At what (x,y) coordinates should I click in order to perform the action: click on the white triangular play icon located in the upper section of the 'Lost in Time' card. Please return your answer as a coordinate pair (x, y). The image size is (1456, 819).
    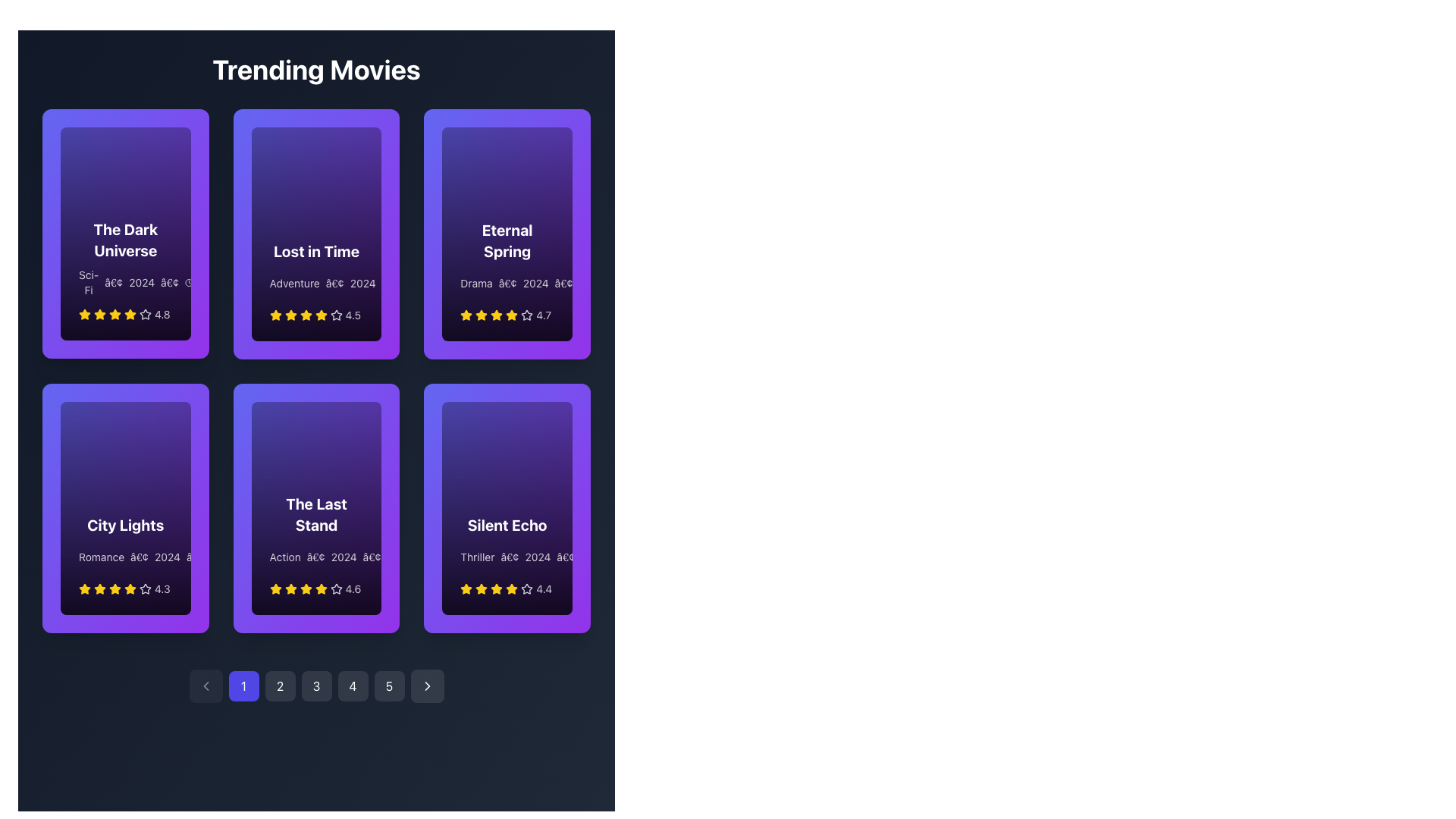
    Looking at the image, I should click on (375, 140).